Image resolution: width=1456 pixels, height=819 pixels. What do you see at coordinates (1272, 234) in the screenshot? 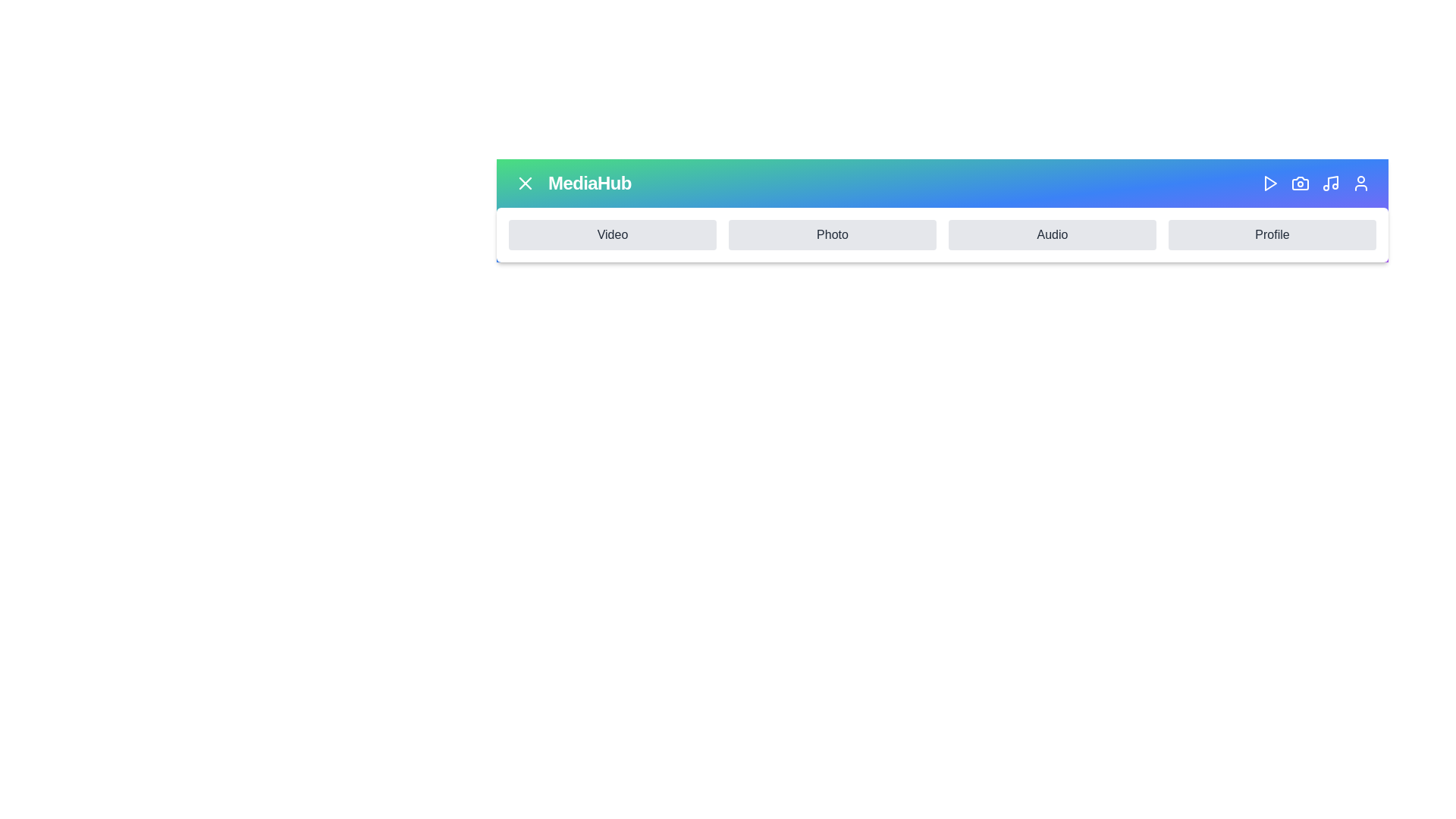
I see `the navigation item Profile by clicking on its respective button` at bounding box center [1272, 234].